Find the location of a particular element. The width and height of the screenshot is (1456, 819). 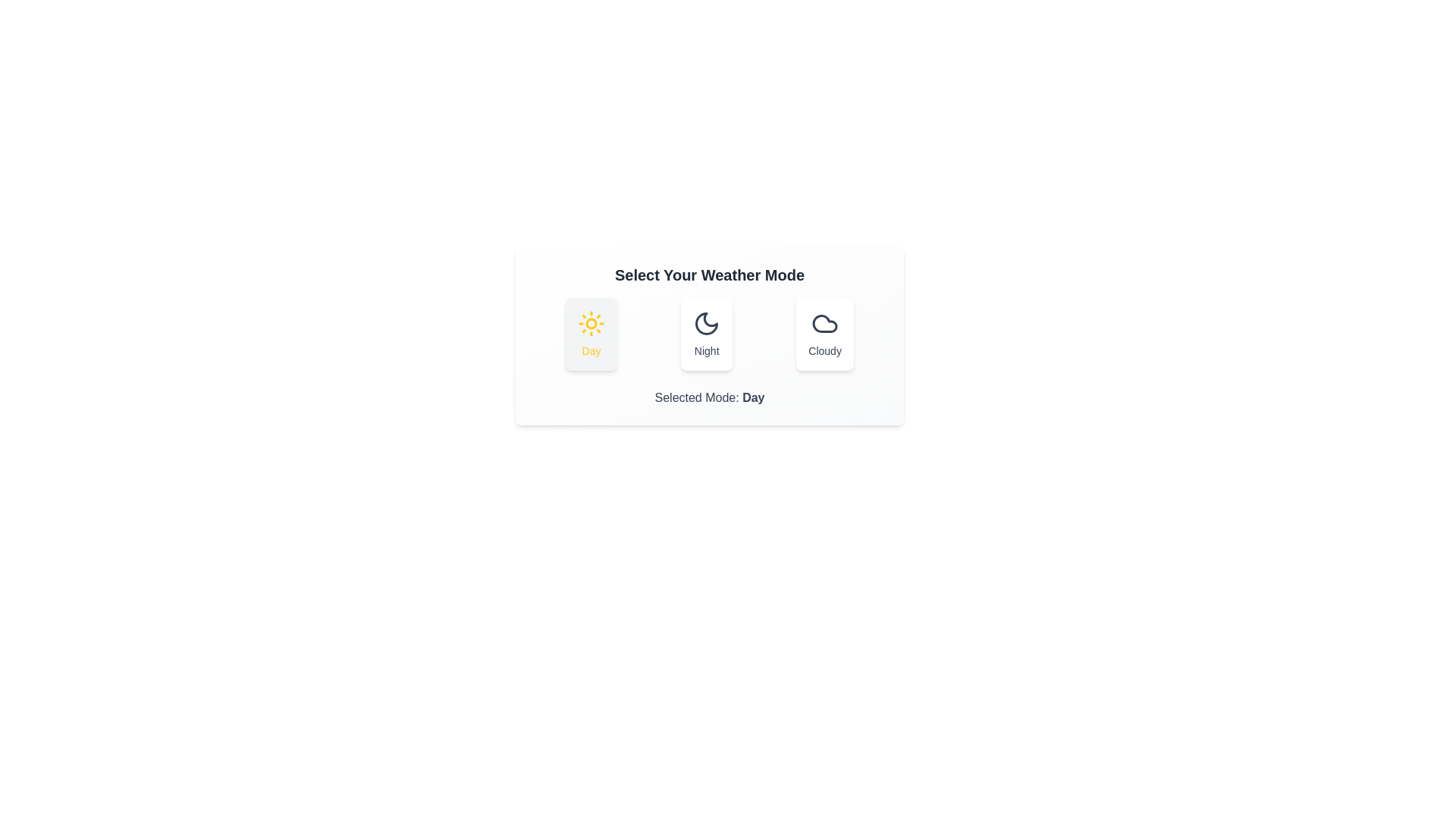

the 'Cloudy' button to select the 'Cloudy' mode is located at coordinates (824, 333).